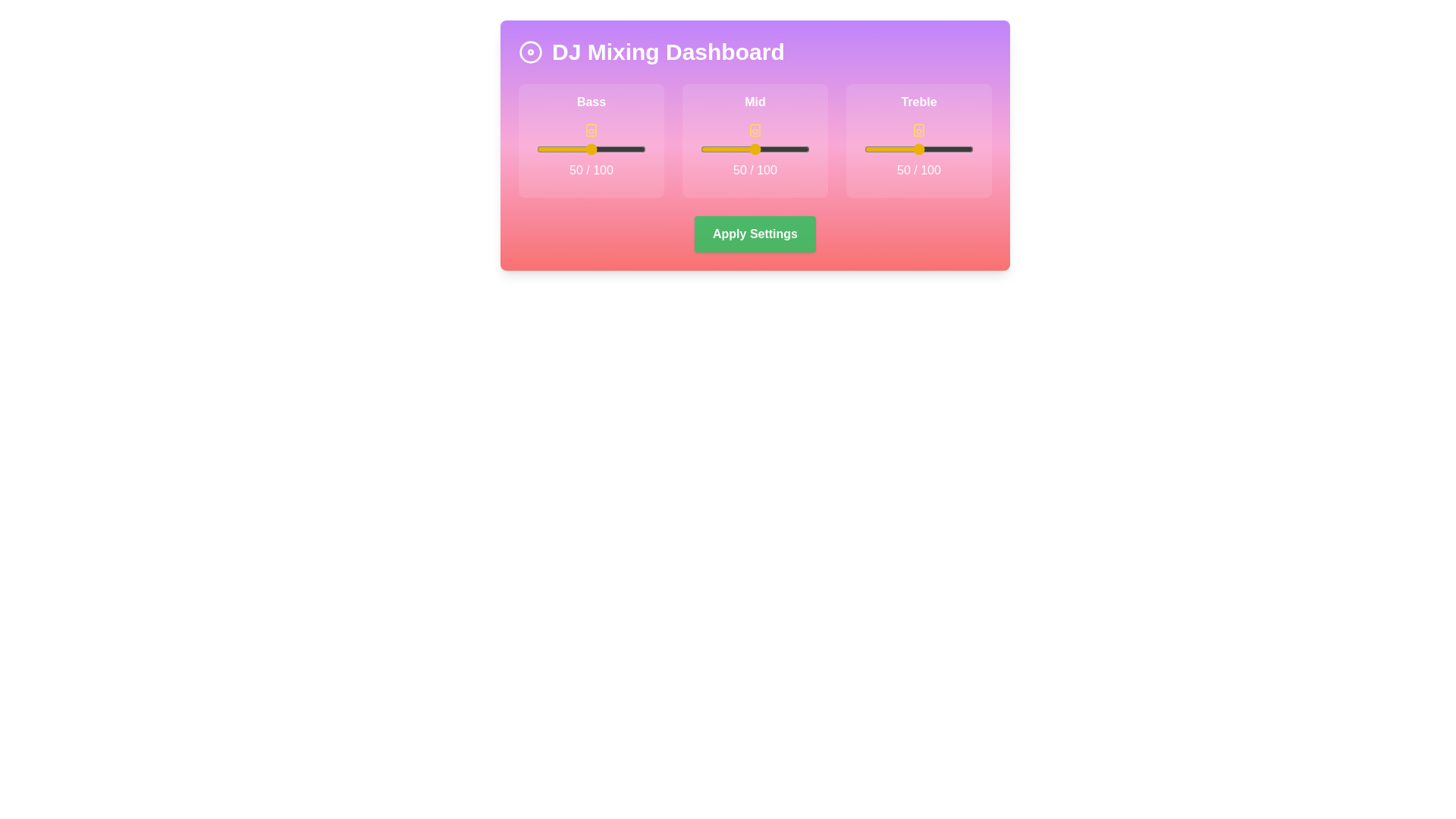 Image resolution: width=1456 pixels, height=819 pixels. What do you see at coordinates (905, 149) in the screenshot?
I see `the treble slider to 38 (0-100)` at bounding box center [905, 149].